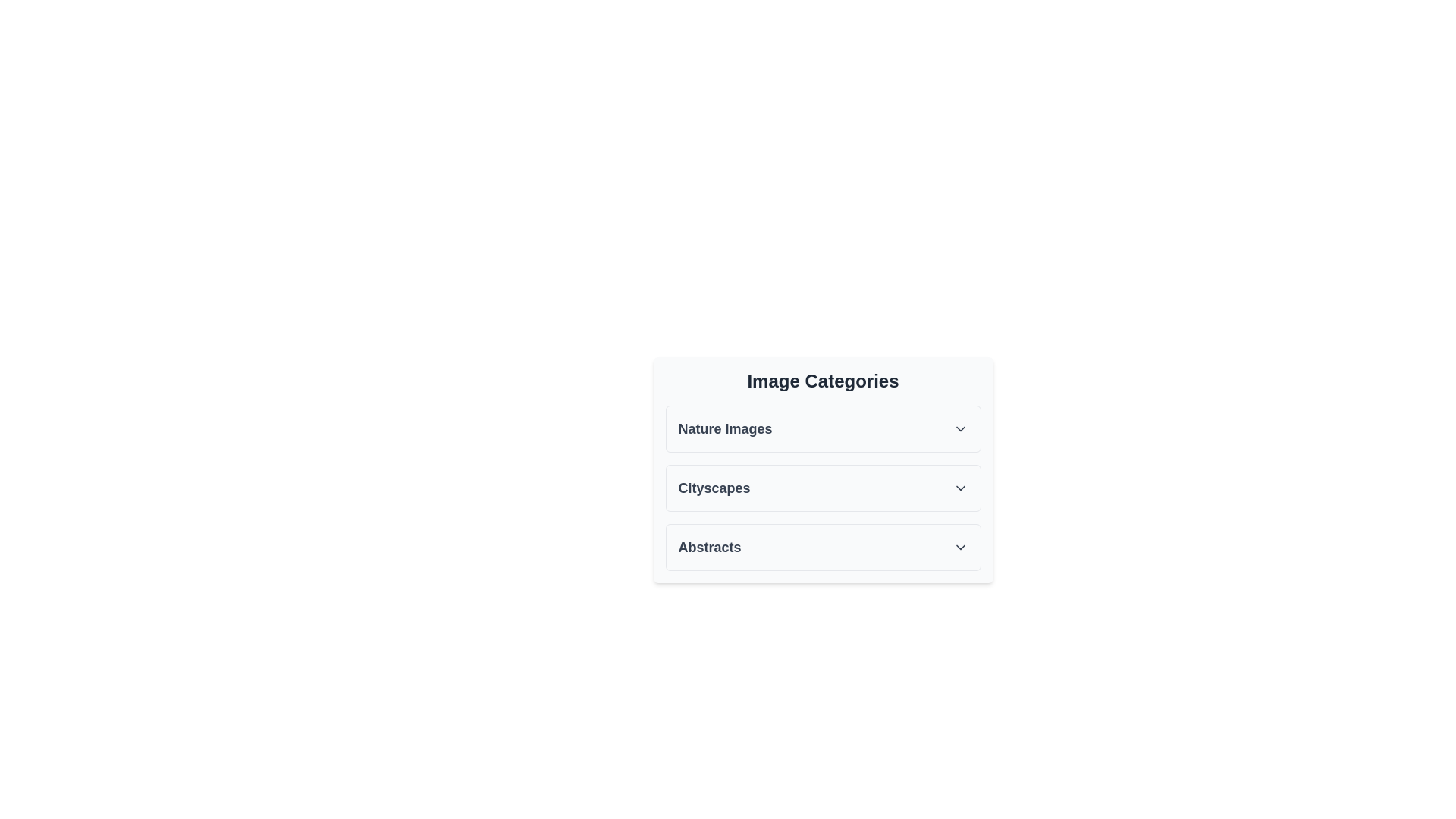 This screenshot has height=819, width=1456. Describe the element at coordinates (959, 429) in the screenshot. I see `the toggle icon for the Nature Images section to expand or collapse it` at that location.